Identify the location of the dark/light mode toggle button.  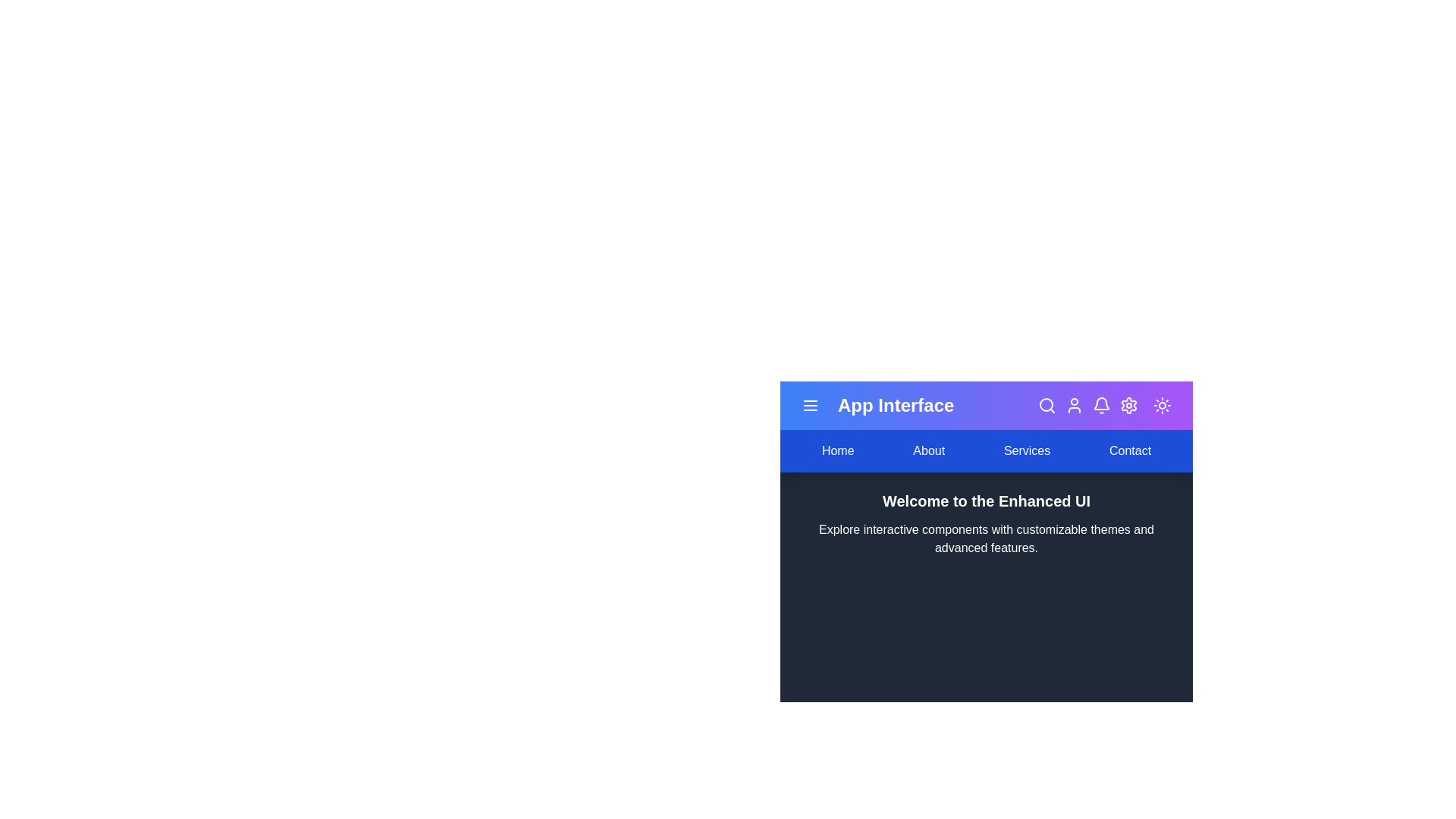
(1161, 405).